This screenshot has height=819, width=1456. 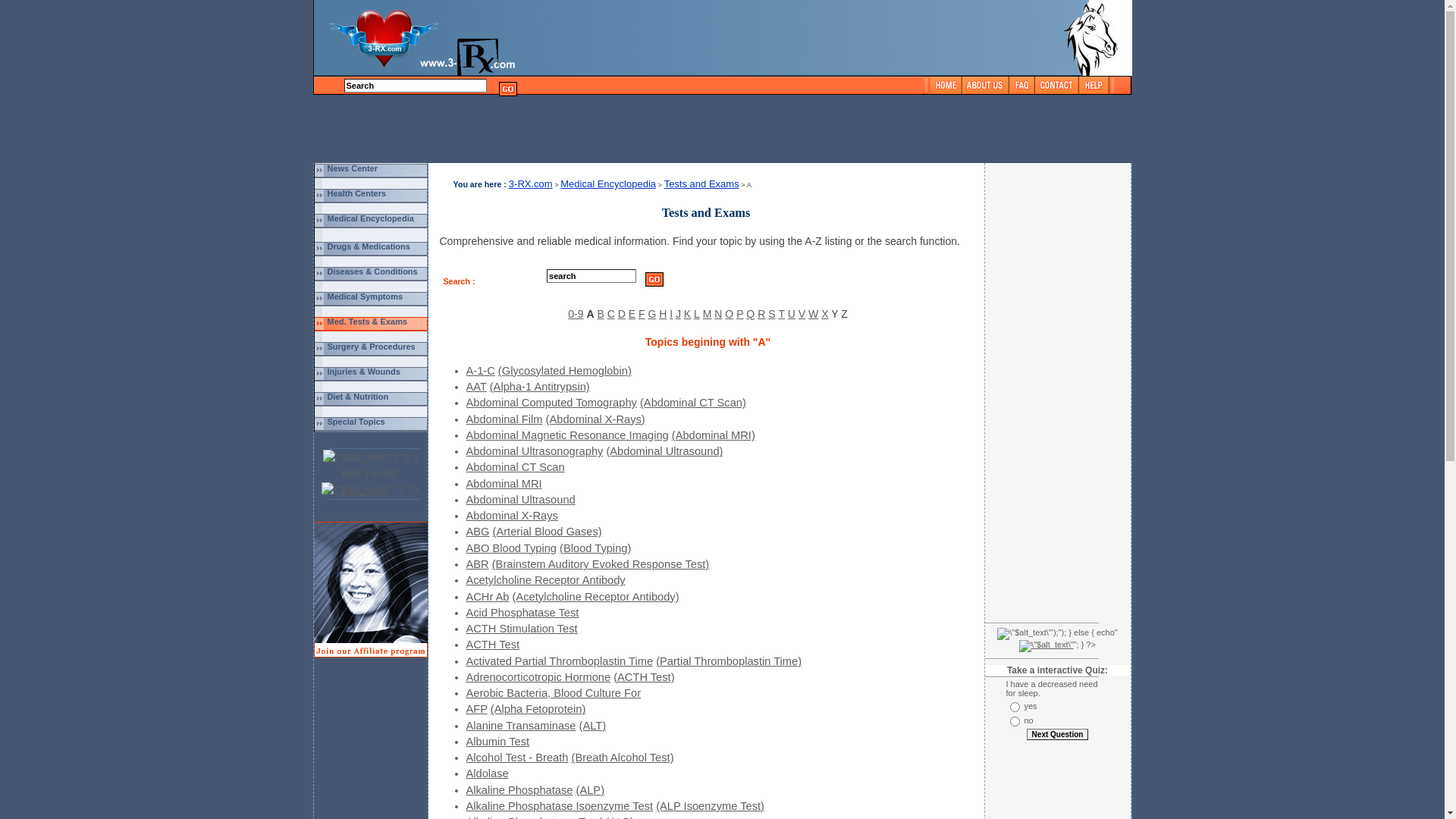 I want to click on 'Medical Symptoms', so click(x=327, y=296).